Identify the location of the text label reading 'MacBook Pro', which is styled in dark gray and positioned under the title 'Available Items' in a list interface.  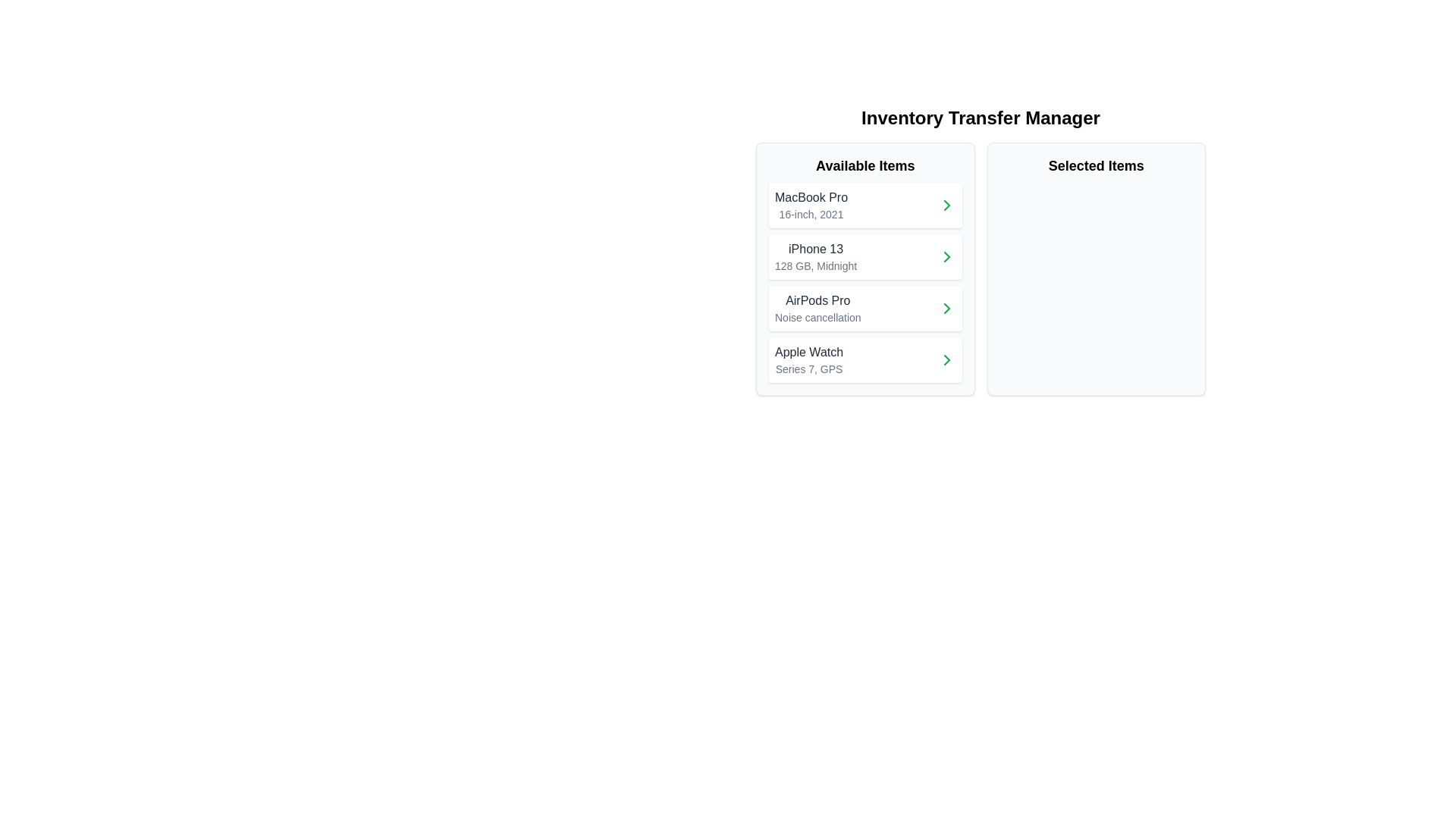
(811, 197).